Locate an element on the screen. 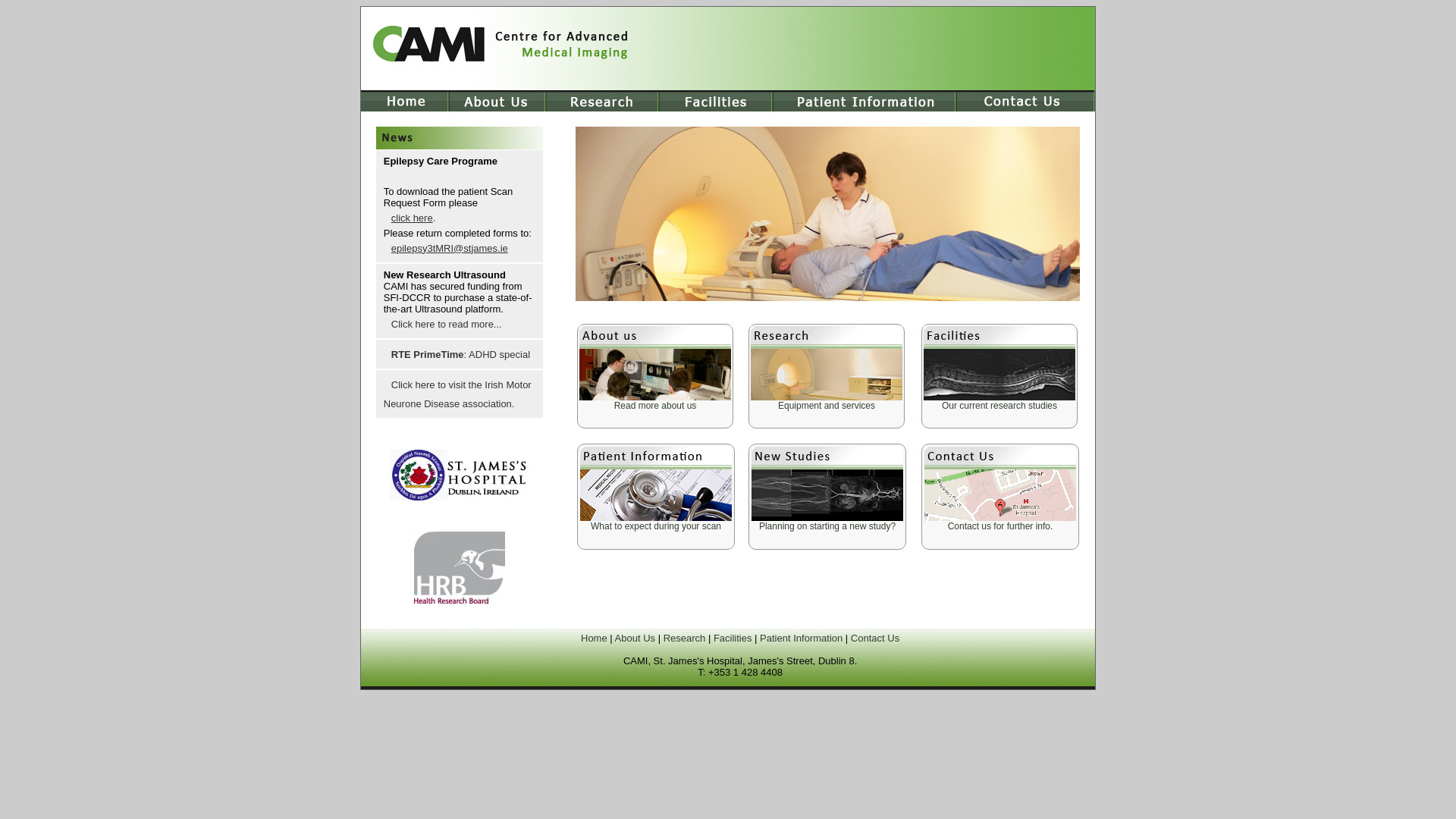 This screenshot has height=819, width=1456. 'Click here to read more...' is located at coordinates (459, 322).